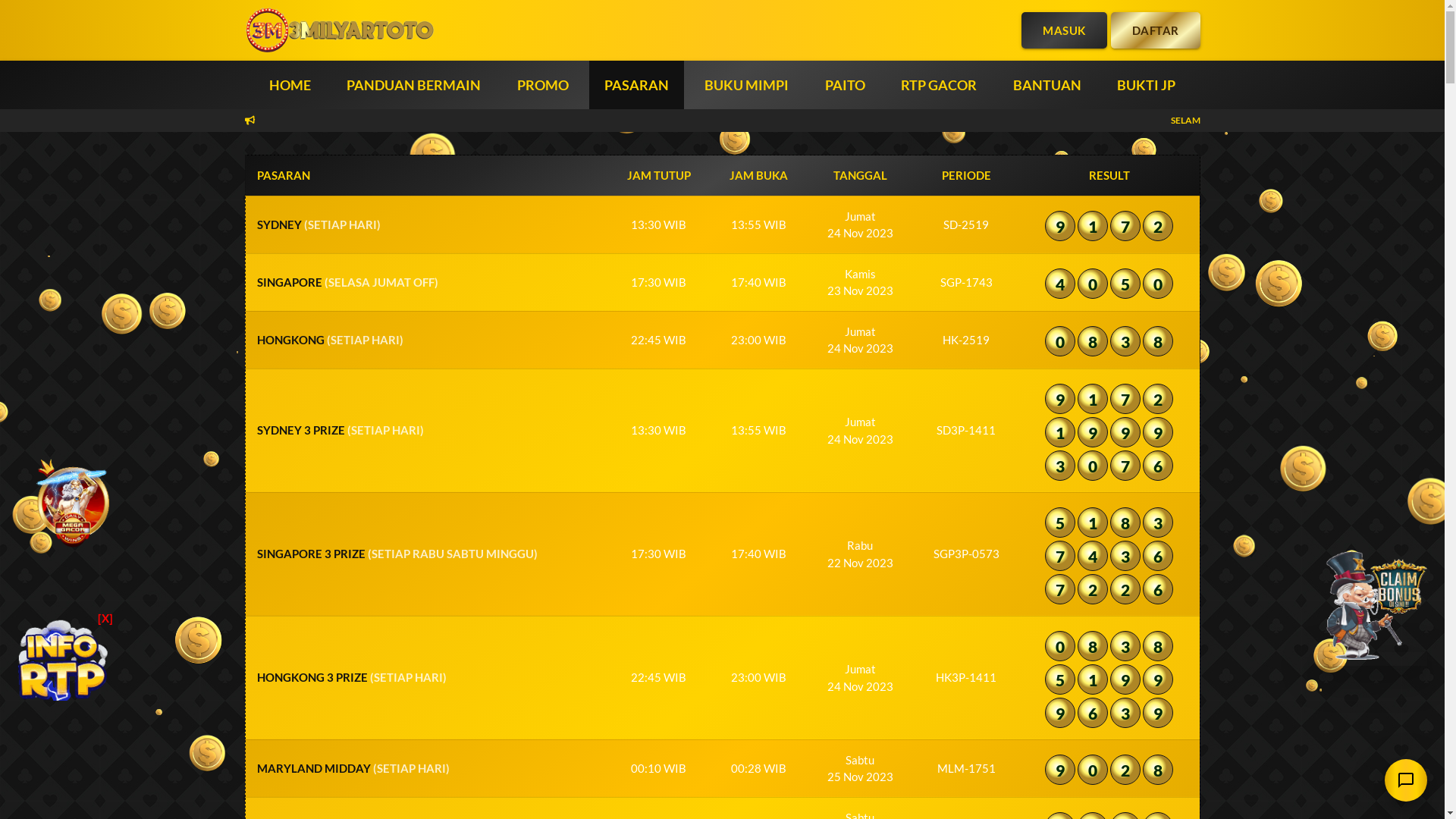  Describe the element at coordinates (338, 430) in the screenshot. I see `'SYDNEY 3 PRIZE (SETIAP HARI)'` at that location.